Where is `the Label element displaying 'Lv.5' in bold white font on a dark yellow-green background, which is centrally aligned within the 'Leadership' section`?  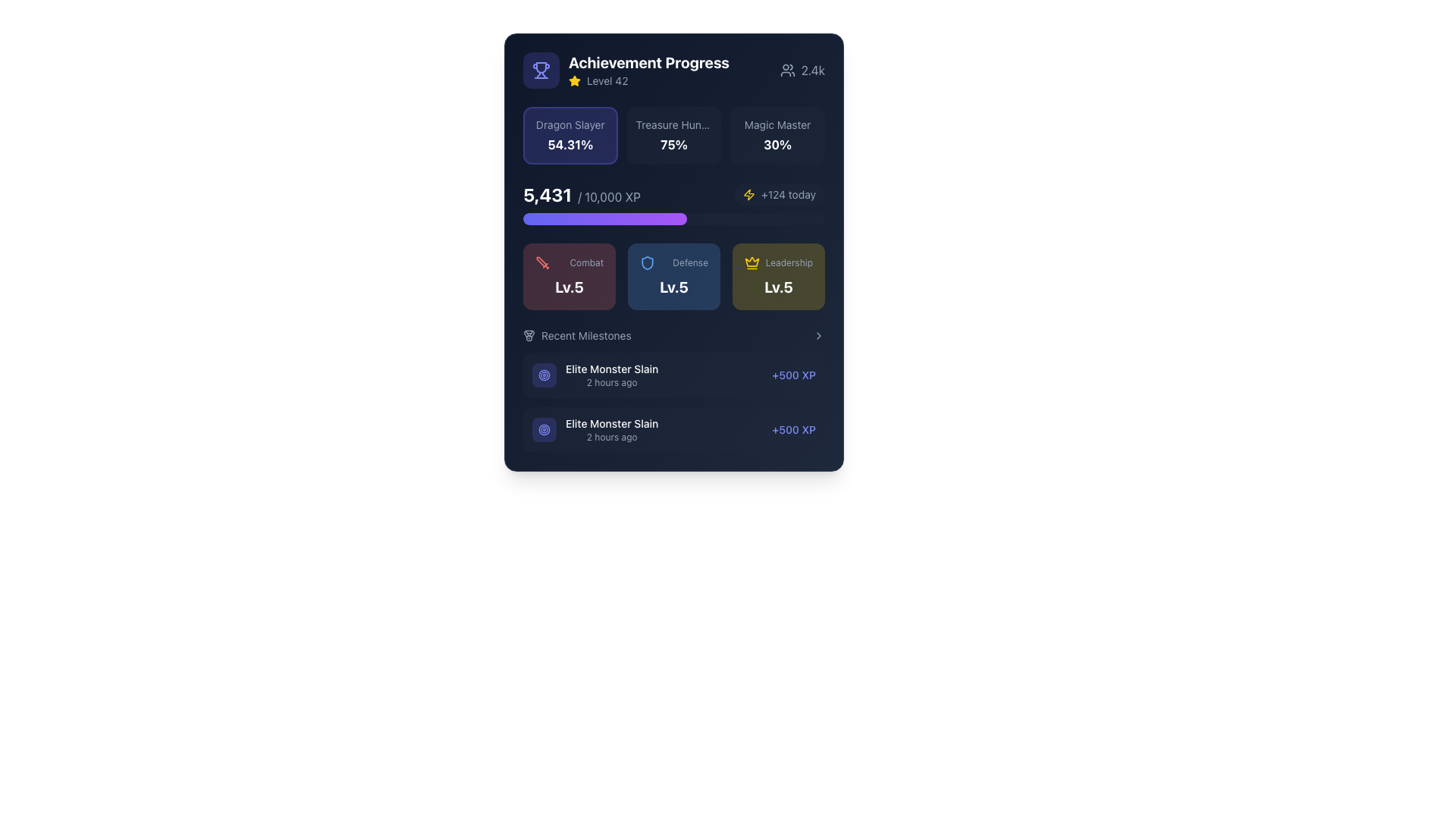 the Label element displaying 'Lv.5' in bold white font on a dark yellow-green background, which is centrally aligned within the 'Leadership' section is located at coordinates (779, 287).